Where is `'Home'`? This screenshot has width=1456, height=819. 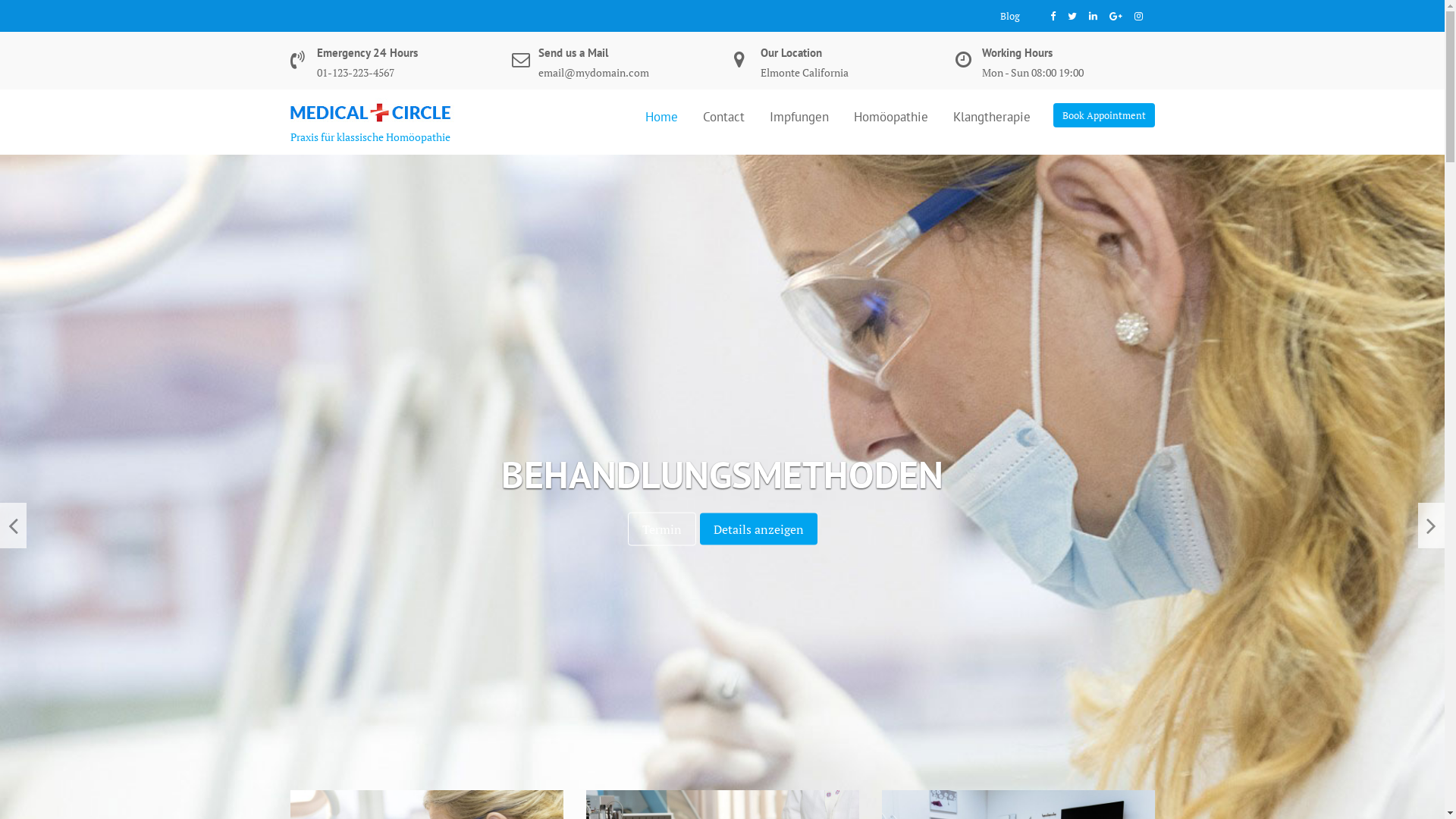 'Home' is located at coordinates (661, 115).